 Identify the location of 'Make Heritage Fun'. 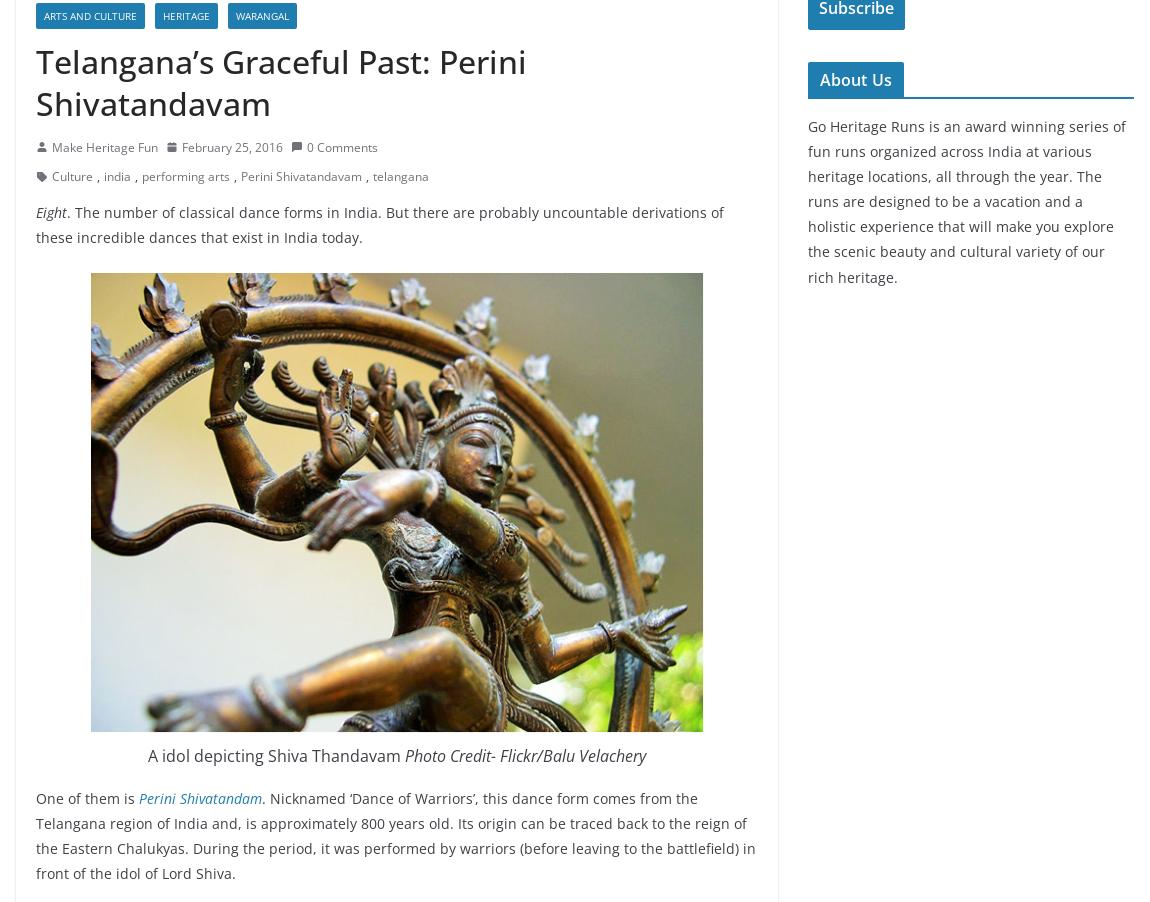
(103, 146).